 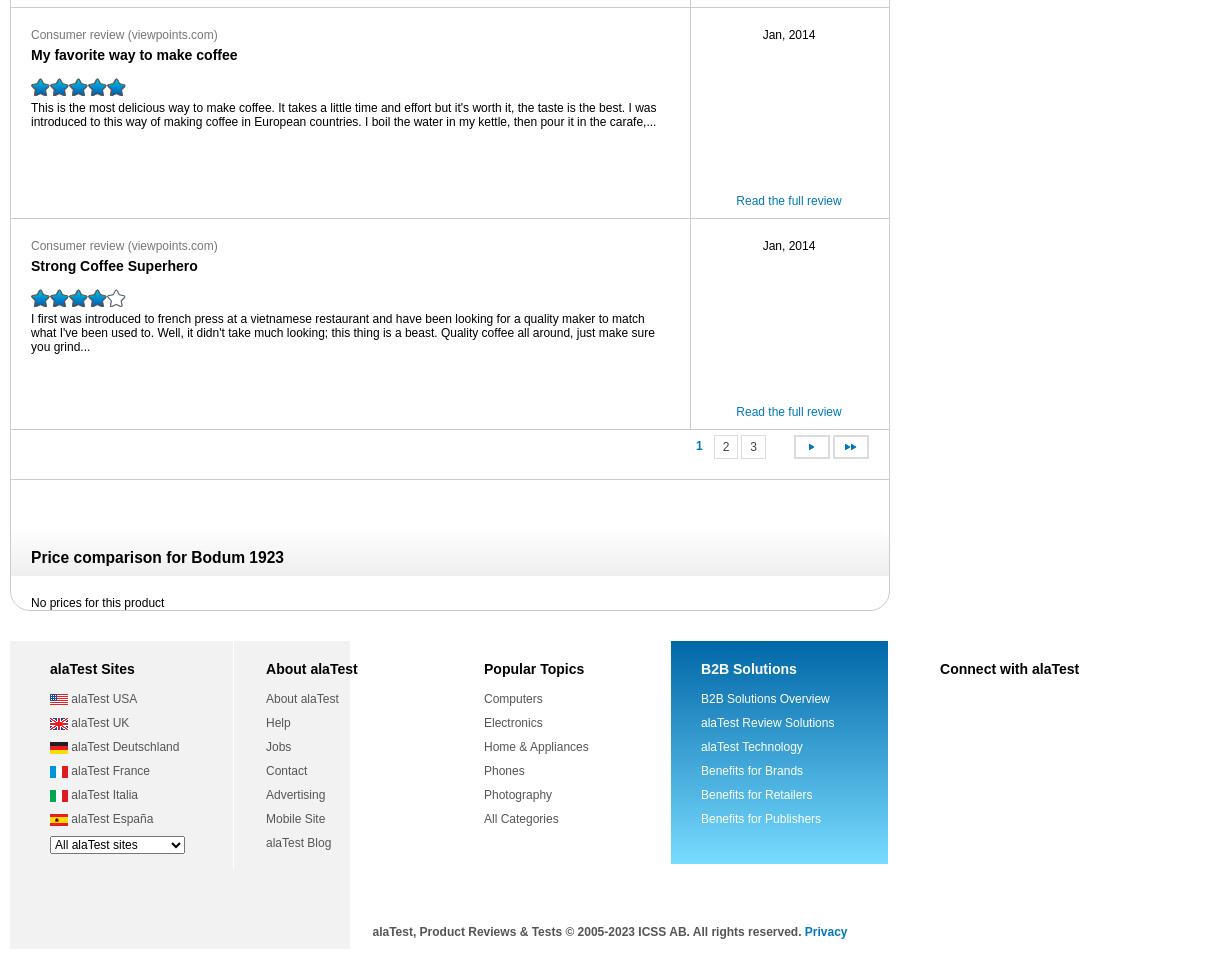 I want to click on 'Home & Appliances', so click(x=536, y=746).